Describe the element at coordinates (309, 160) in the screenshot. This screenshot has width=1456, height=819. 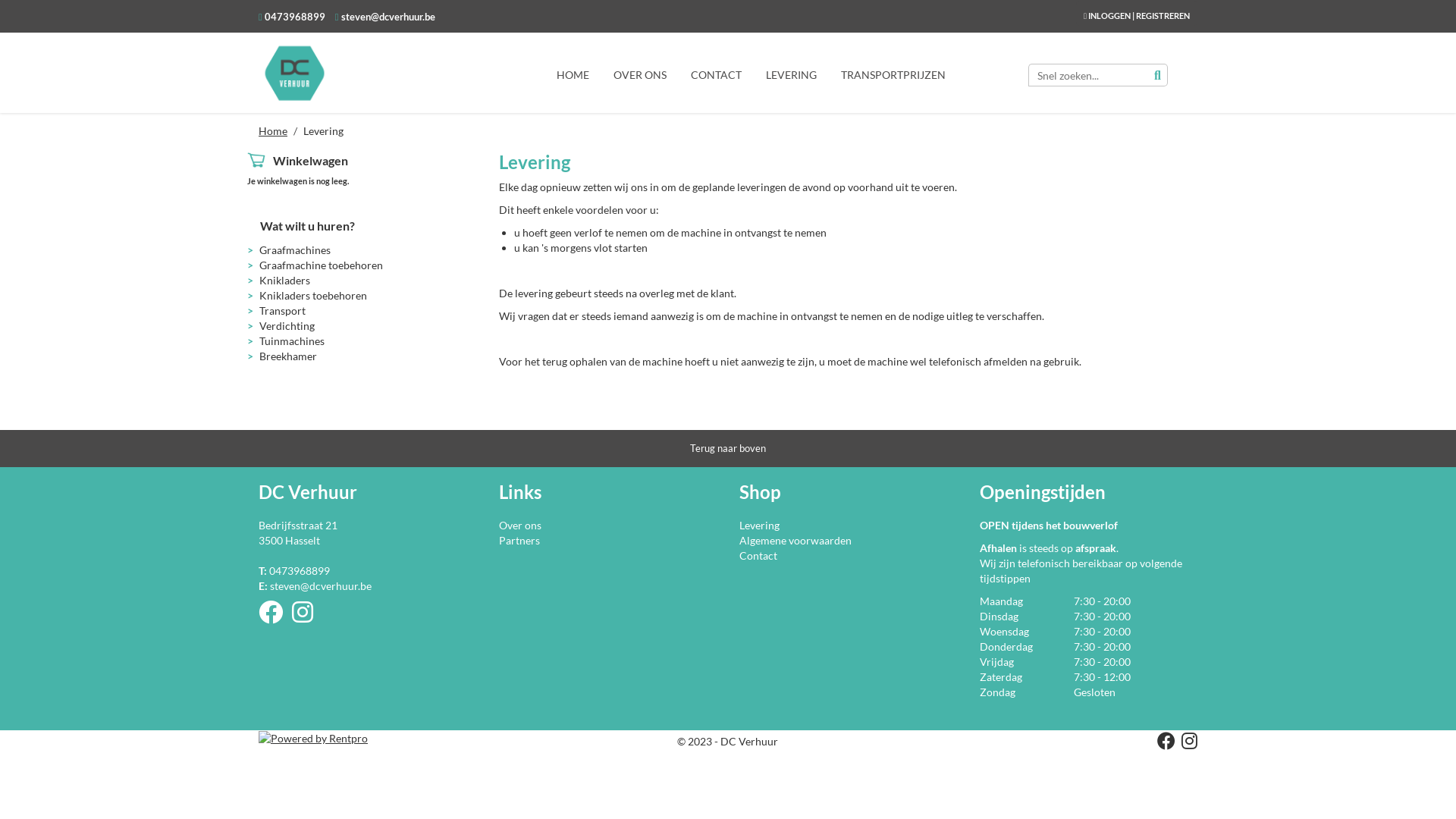
I see `'Winkelwagen'` at that location.